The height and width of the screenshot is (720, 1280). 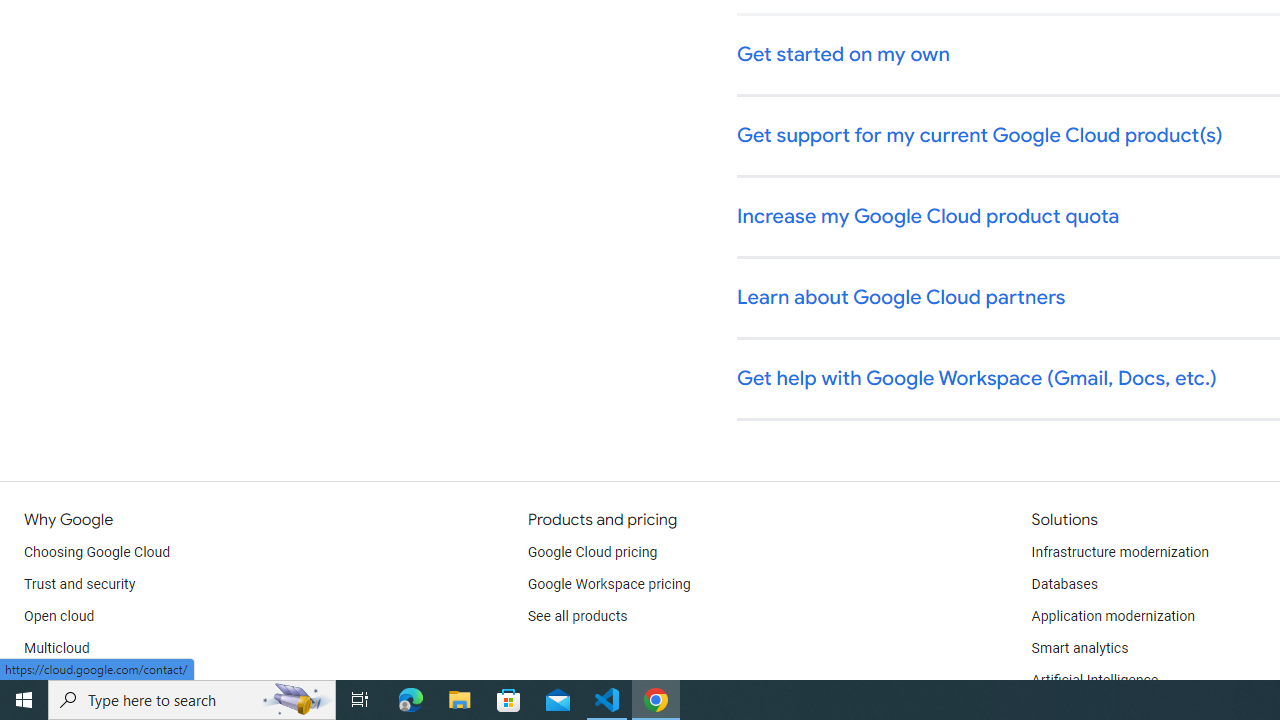 I want to click on 'Choosing Google Cloud', so click(x=96, y=552).